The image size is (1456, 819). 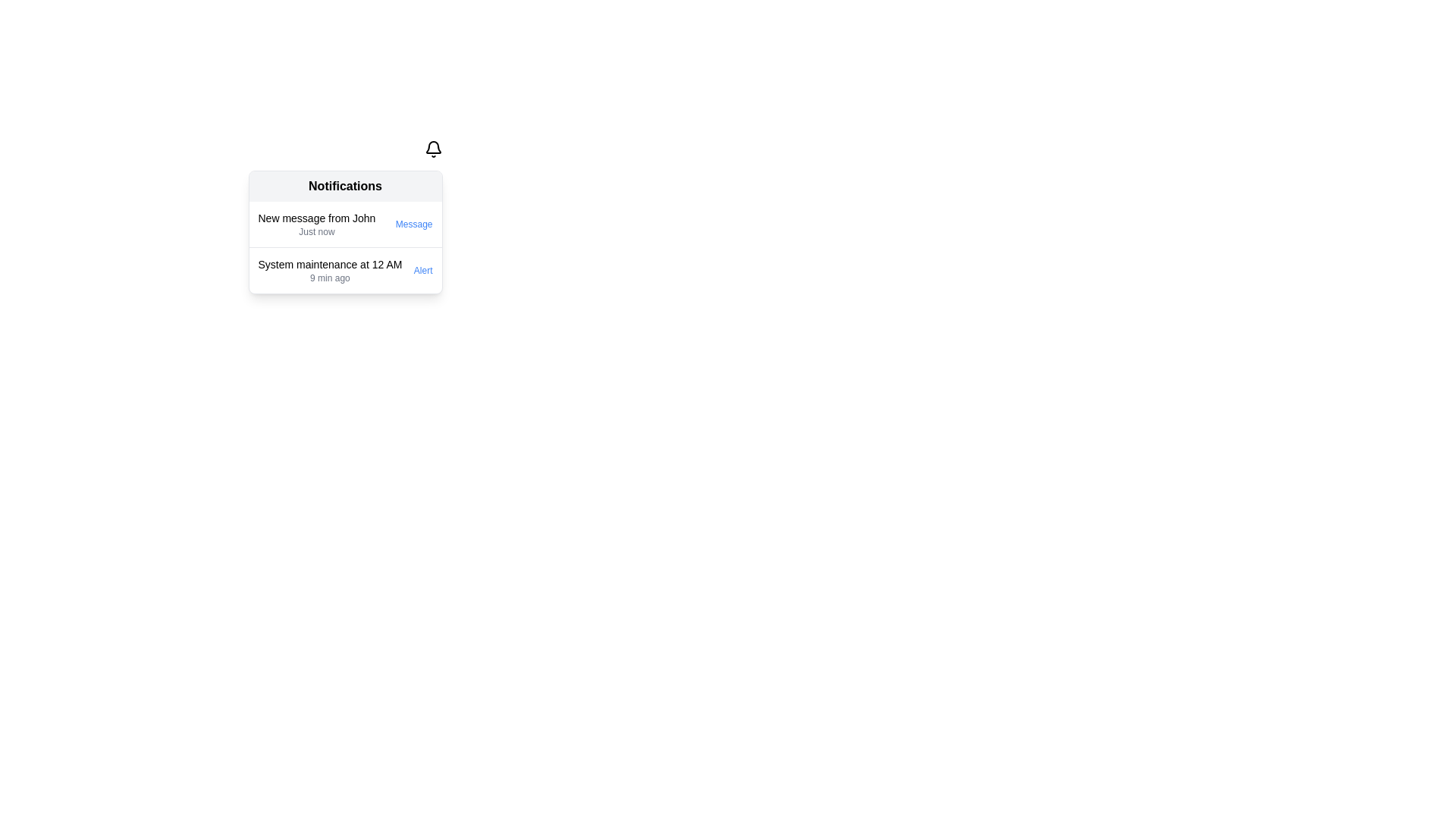 What do you see at coordinates (344, 246) in the screenshot?
I see `the second group of notifications in the 'Notifications' dropdown` at bounding box center [344, 246].